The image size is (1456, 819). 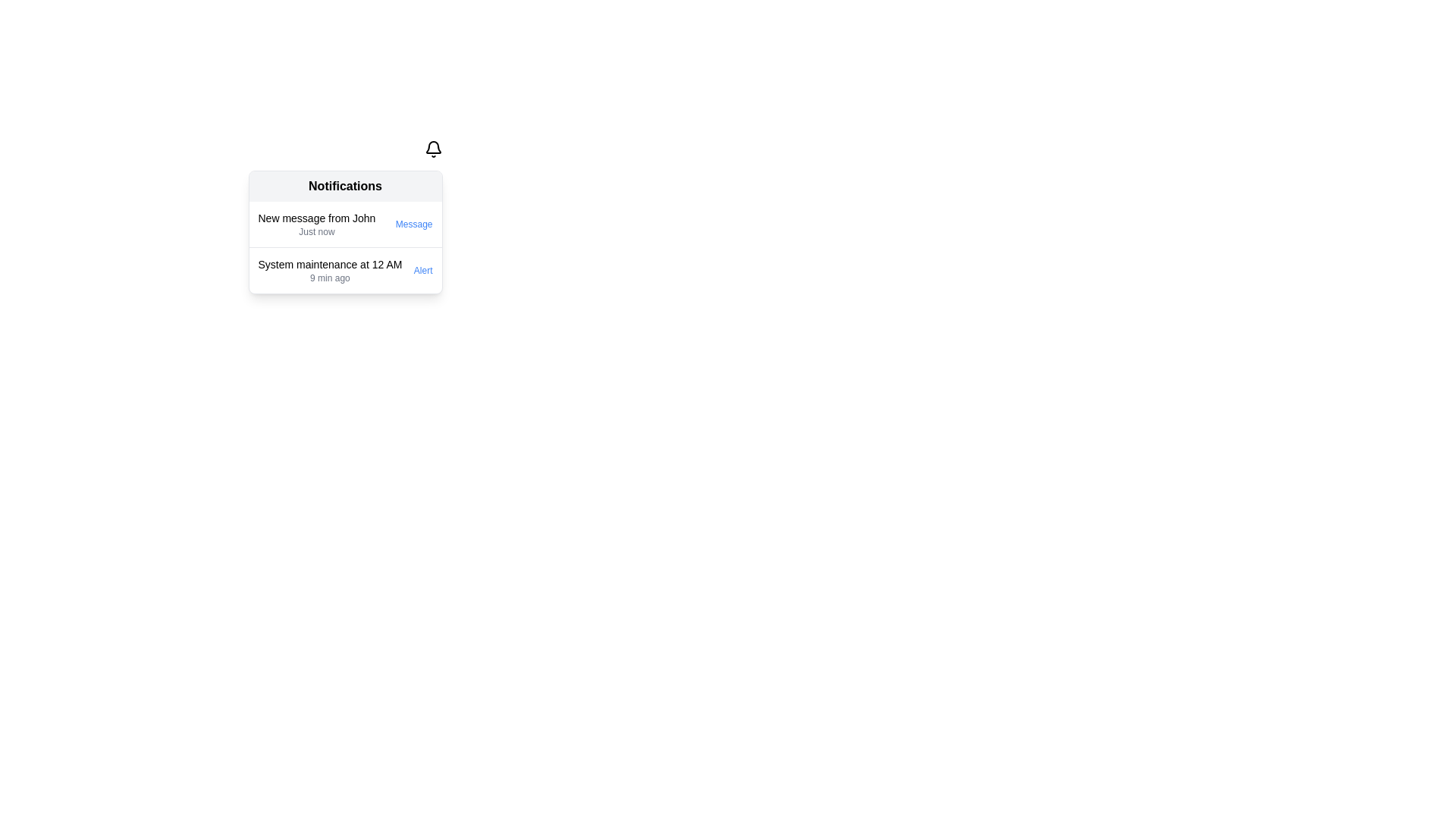 What do you see at coordinates (344, 246) in the screenshot?
I see `the second group of notifications in the 'Notifications' dropdown` at bounding box center [344, 246].